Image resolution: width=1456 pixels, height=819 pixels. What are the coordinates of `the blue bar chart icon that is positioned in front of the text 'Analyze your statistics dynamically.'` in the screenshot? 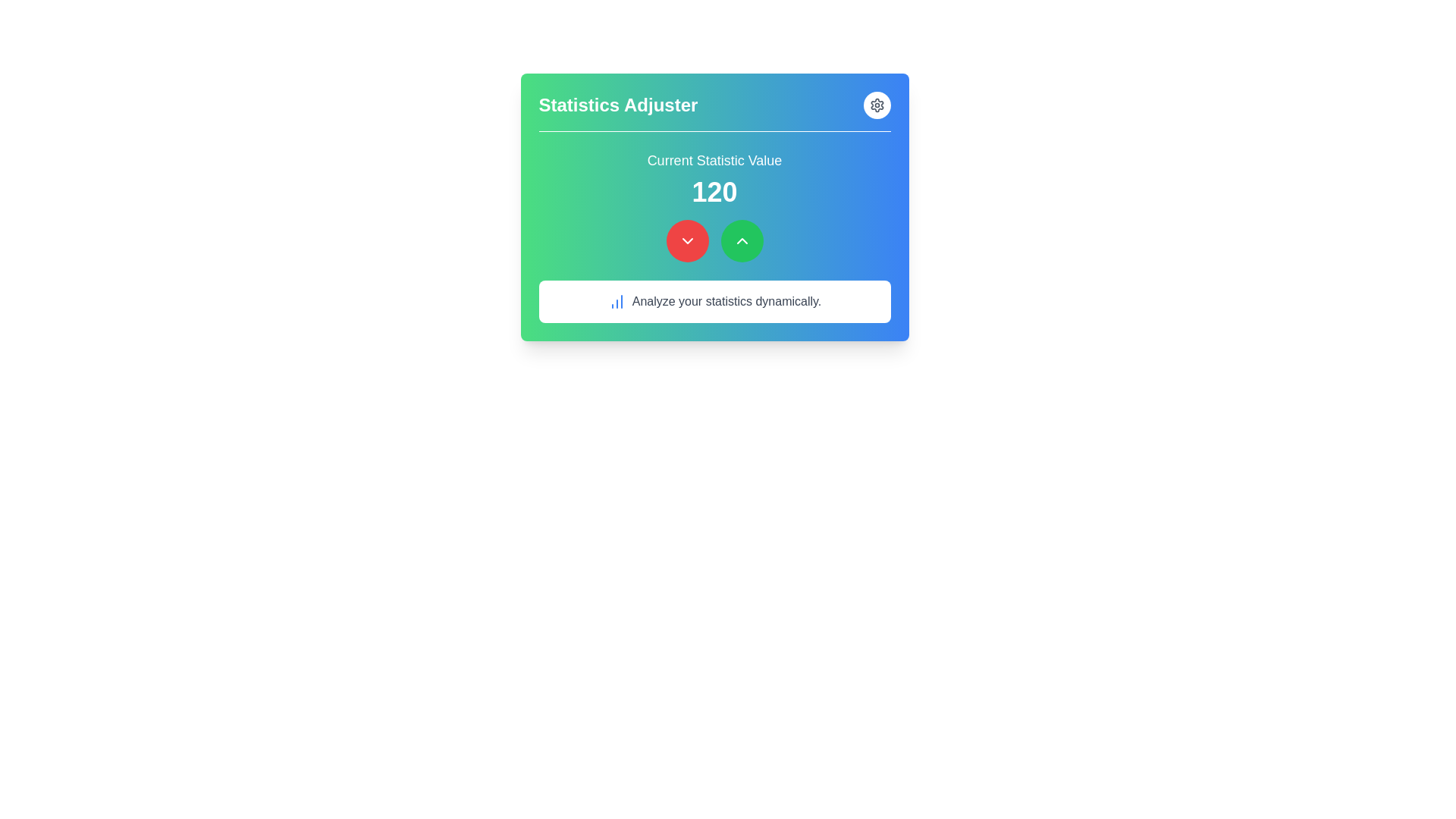 It's located at (617, 301).